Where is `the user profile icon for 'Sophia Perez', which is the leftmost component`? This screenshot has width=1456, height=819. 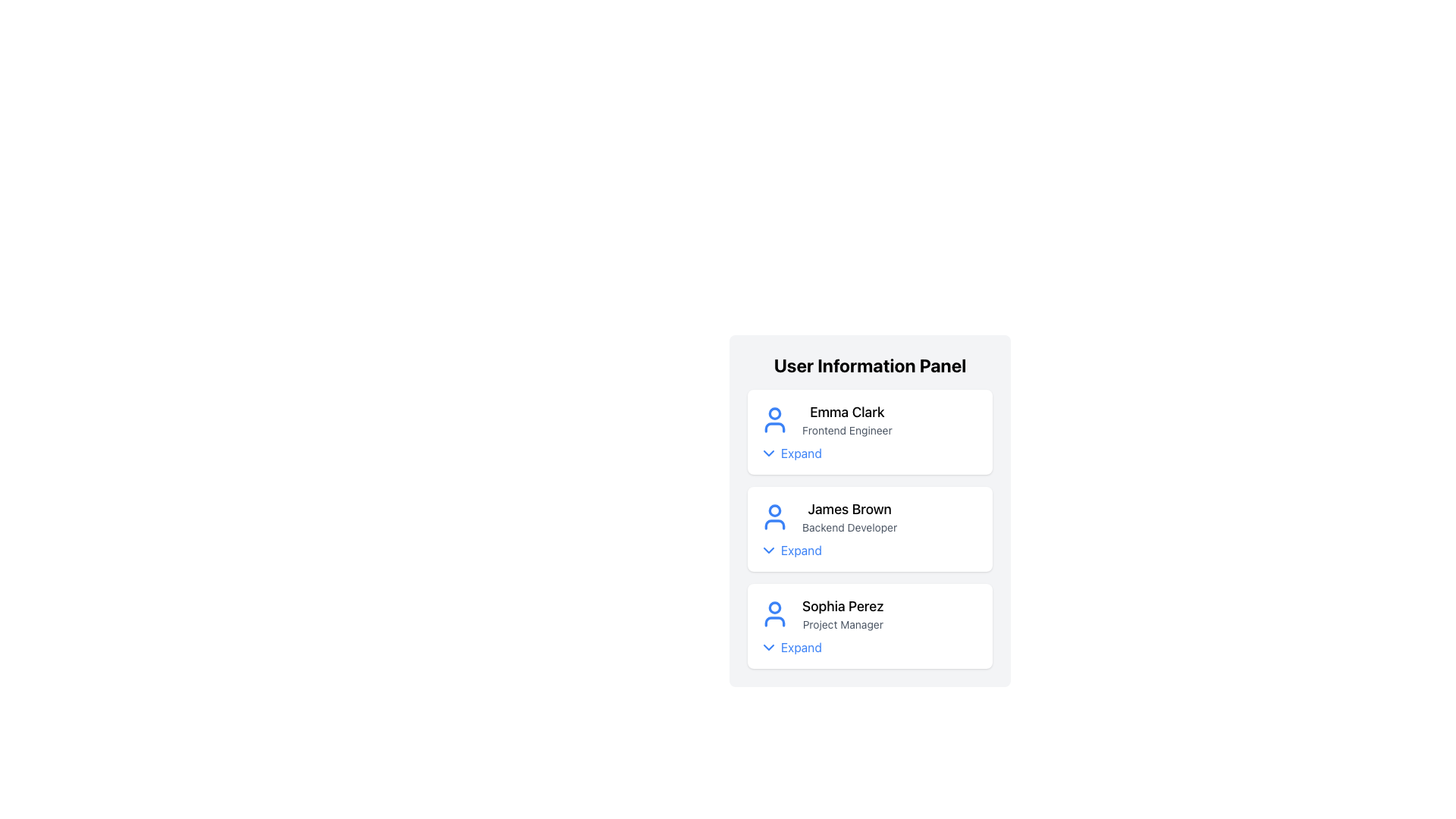
the user profile icon for 'Sophia Perez', which is the leftmost component is located at coordinates (775, 614).